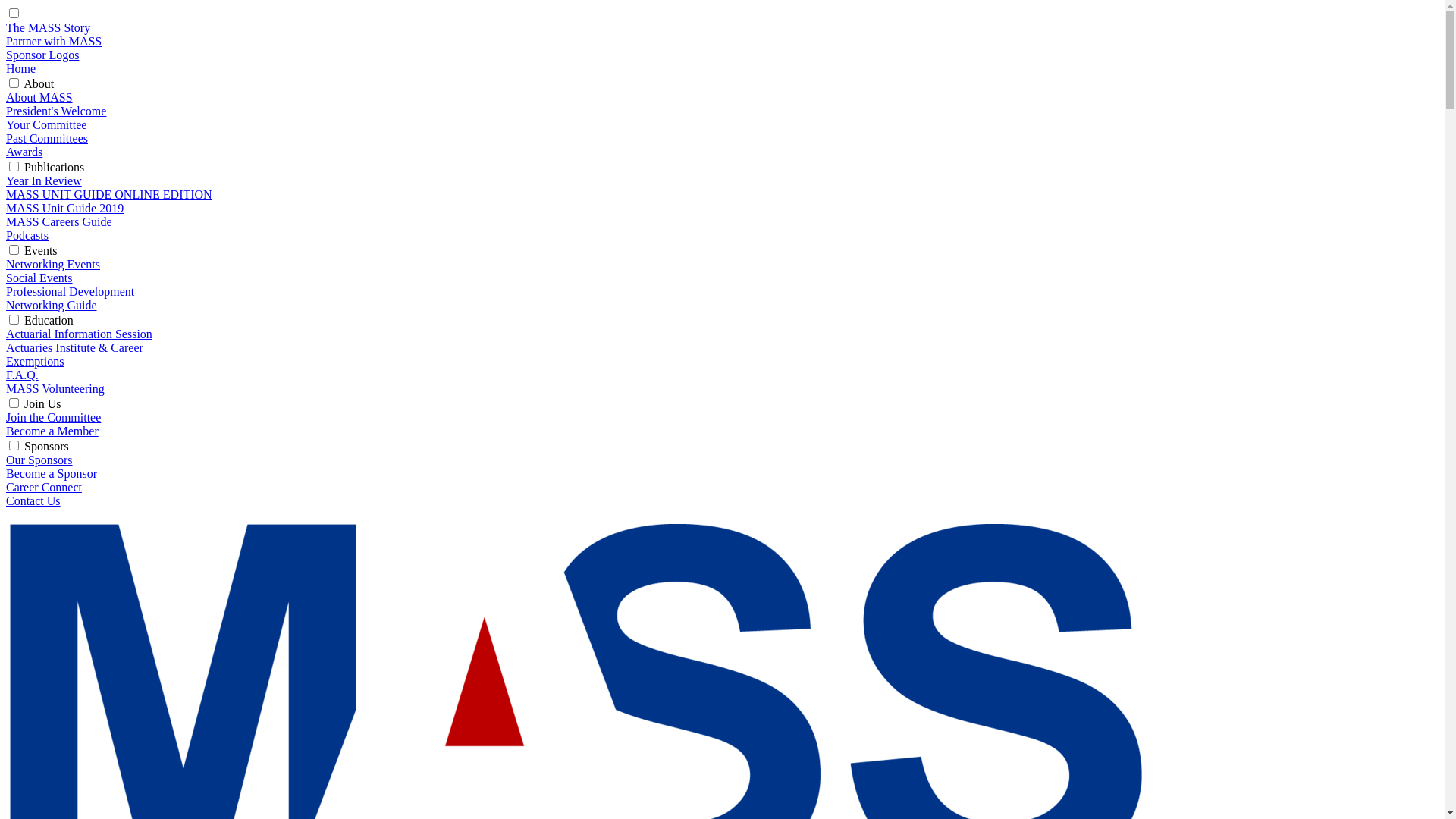 Image resolution: width=1456 pixels, height=819 pixels. Describe the element at coordinates (64, 208) in the screenshot. I see `'MASS Unit Guide 2019'` at that location.